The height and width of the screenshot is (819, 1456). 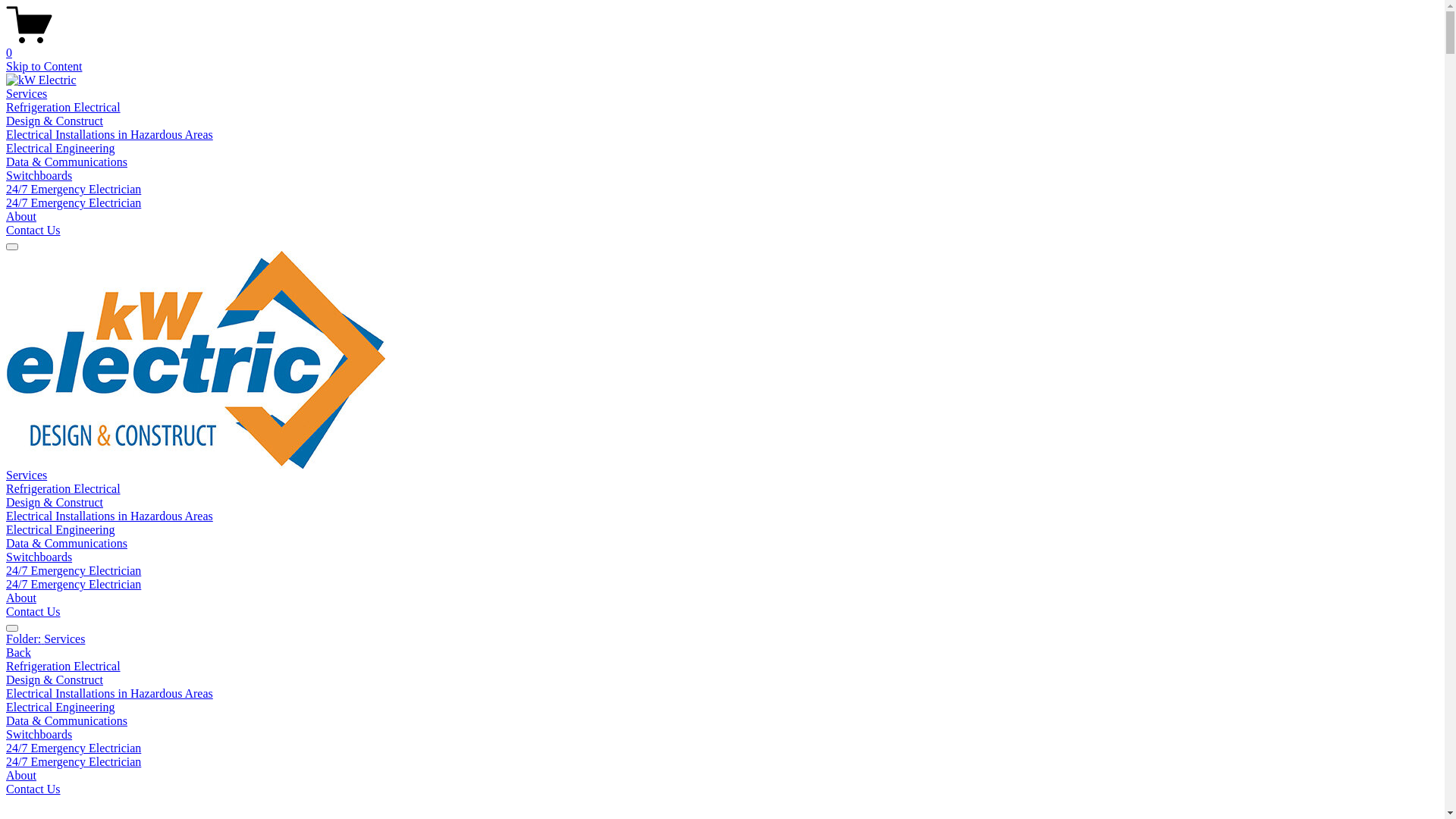 I want to click on 'Back', so click(x=18, y=651).